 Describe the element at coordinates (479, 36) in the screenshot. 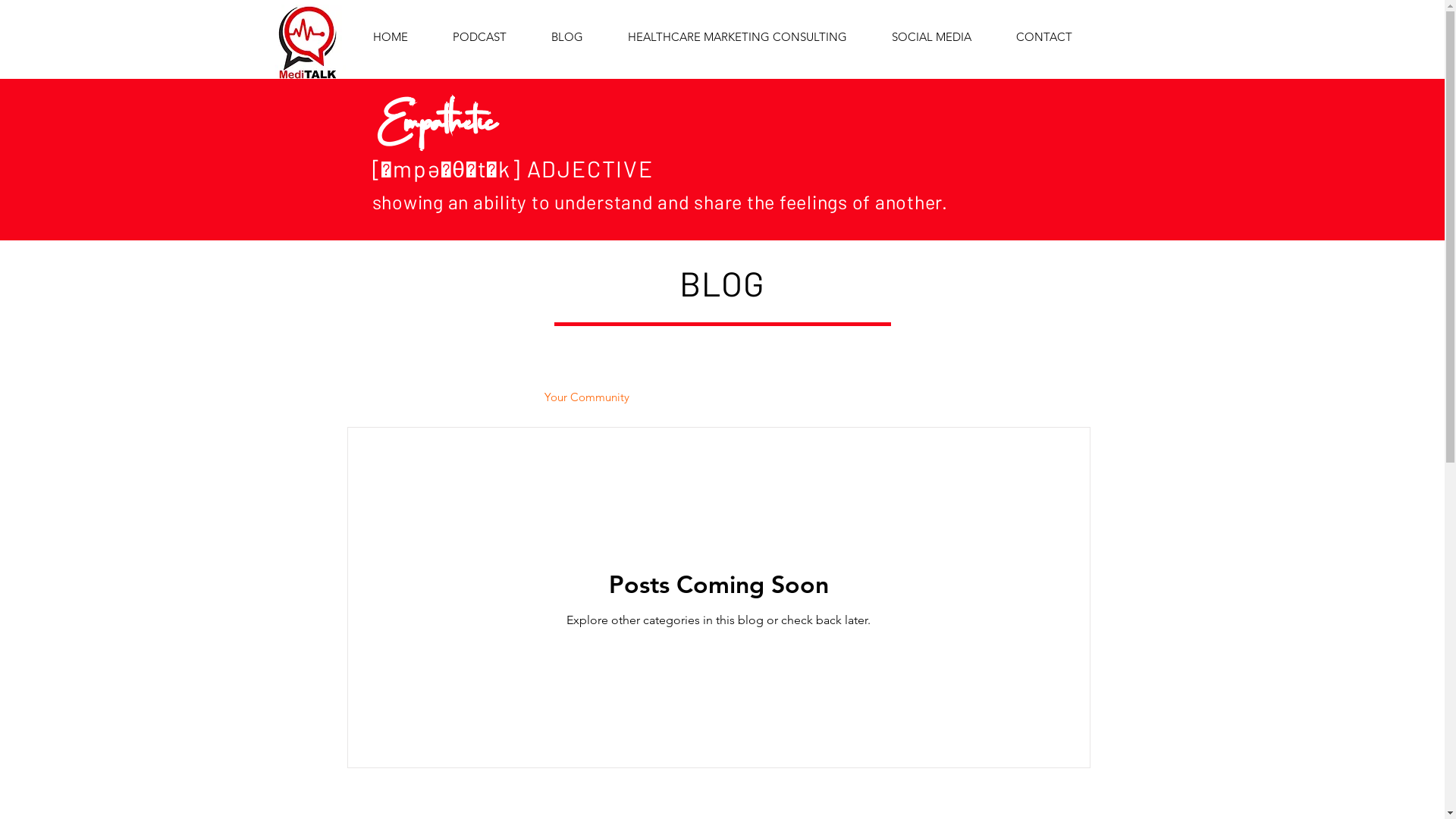

I see `'PODCAST'` at that location.